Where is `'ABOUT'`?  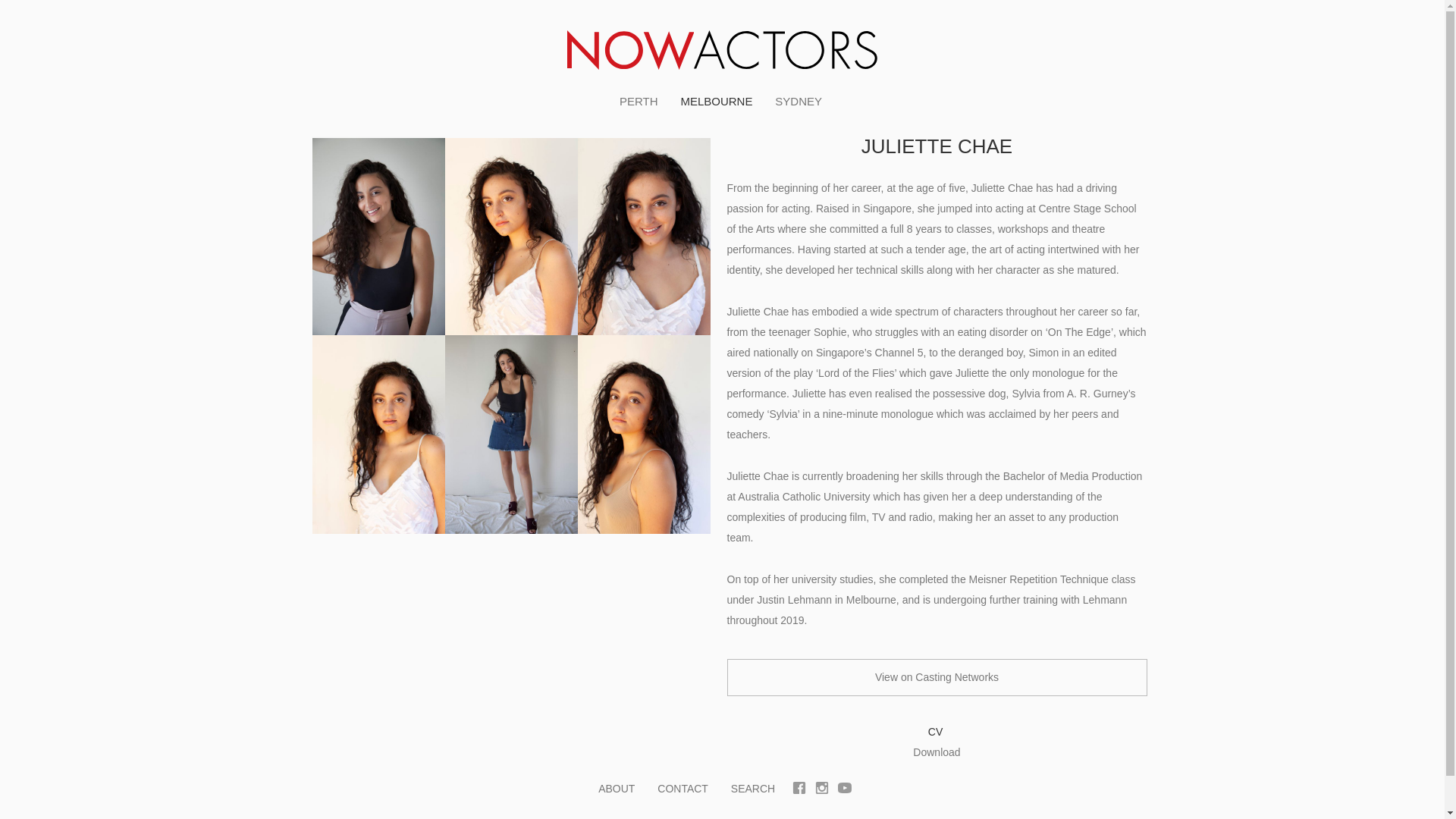
'ABOUT' is located at coordinates (616, 788).